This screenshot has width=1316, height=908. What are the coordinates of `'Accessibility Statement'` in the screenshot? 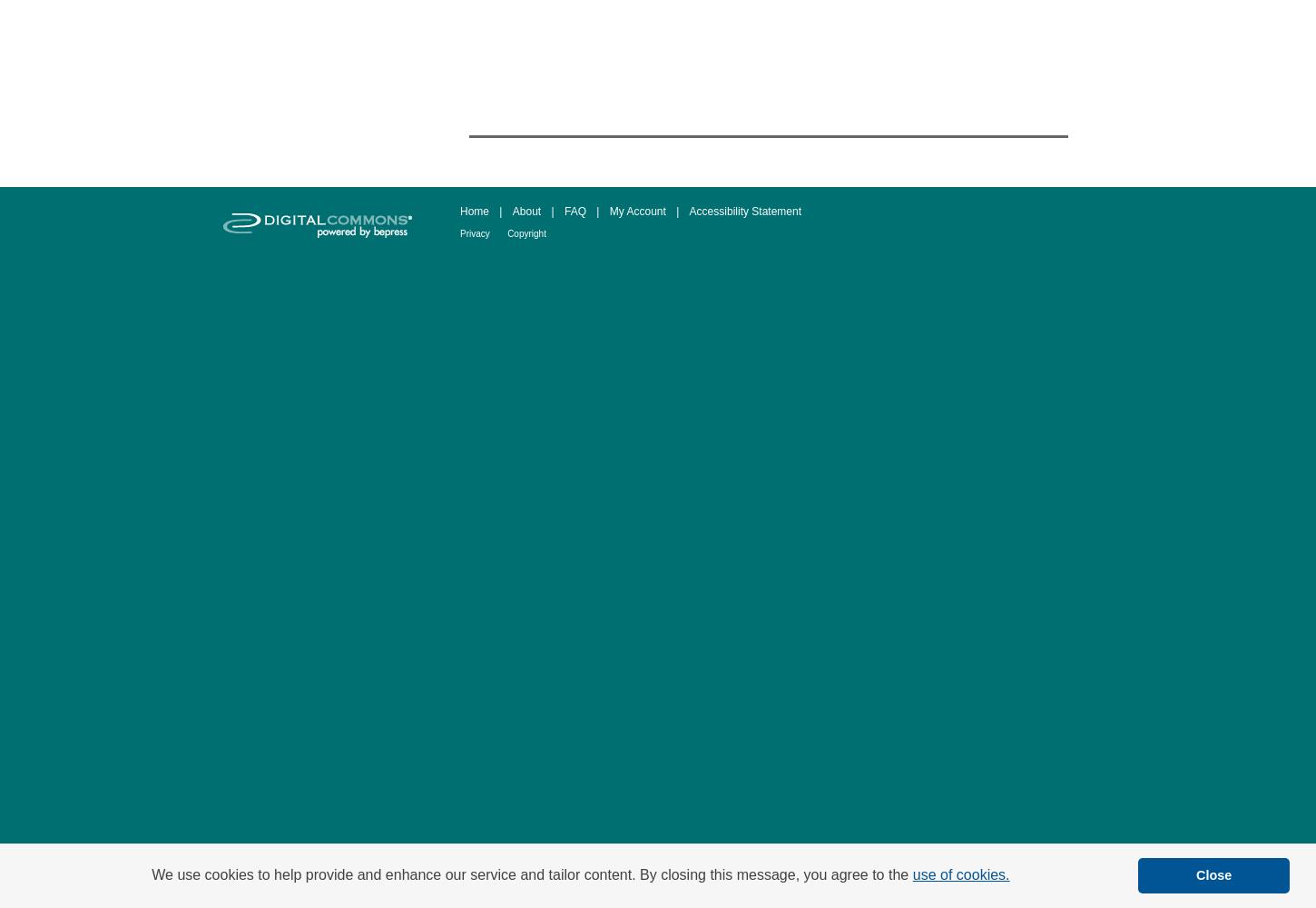 It's located at (744, 211).